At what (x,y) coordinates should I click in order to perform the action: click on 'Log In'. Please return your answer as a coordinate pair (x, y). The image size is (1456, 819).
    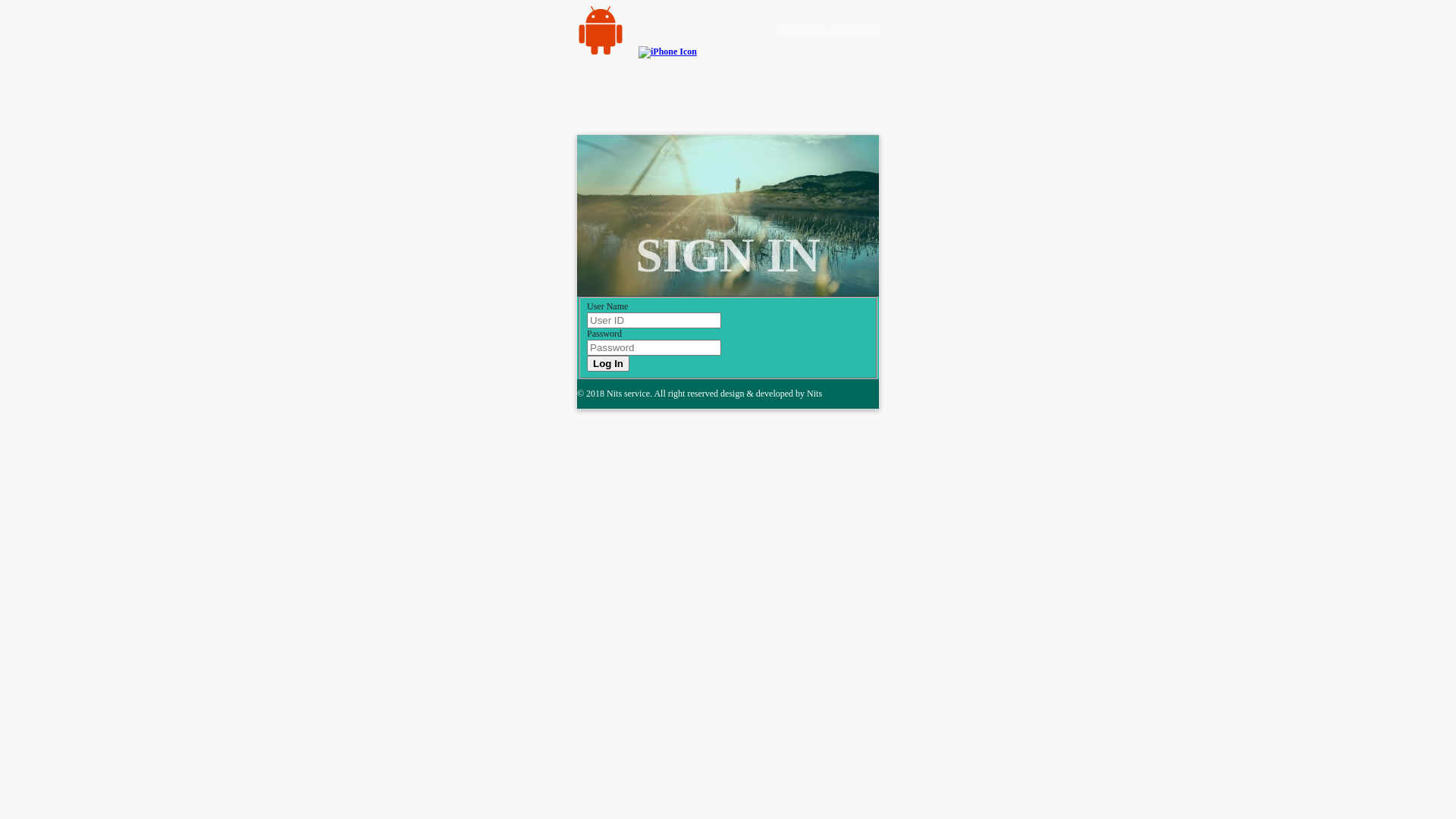
    Looking at the image, I should click on (585, 363).